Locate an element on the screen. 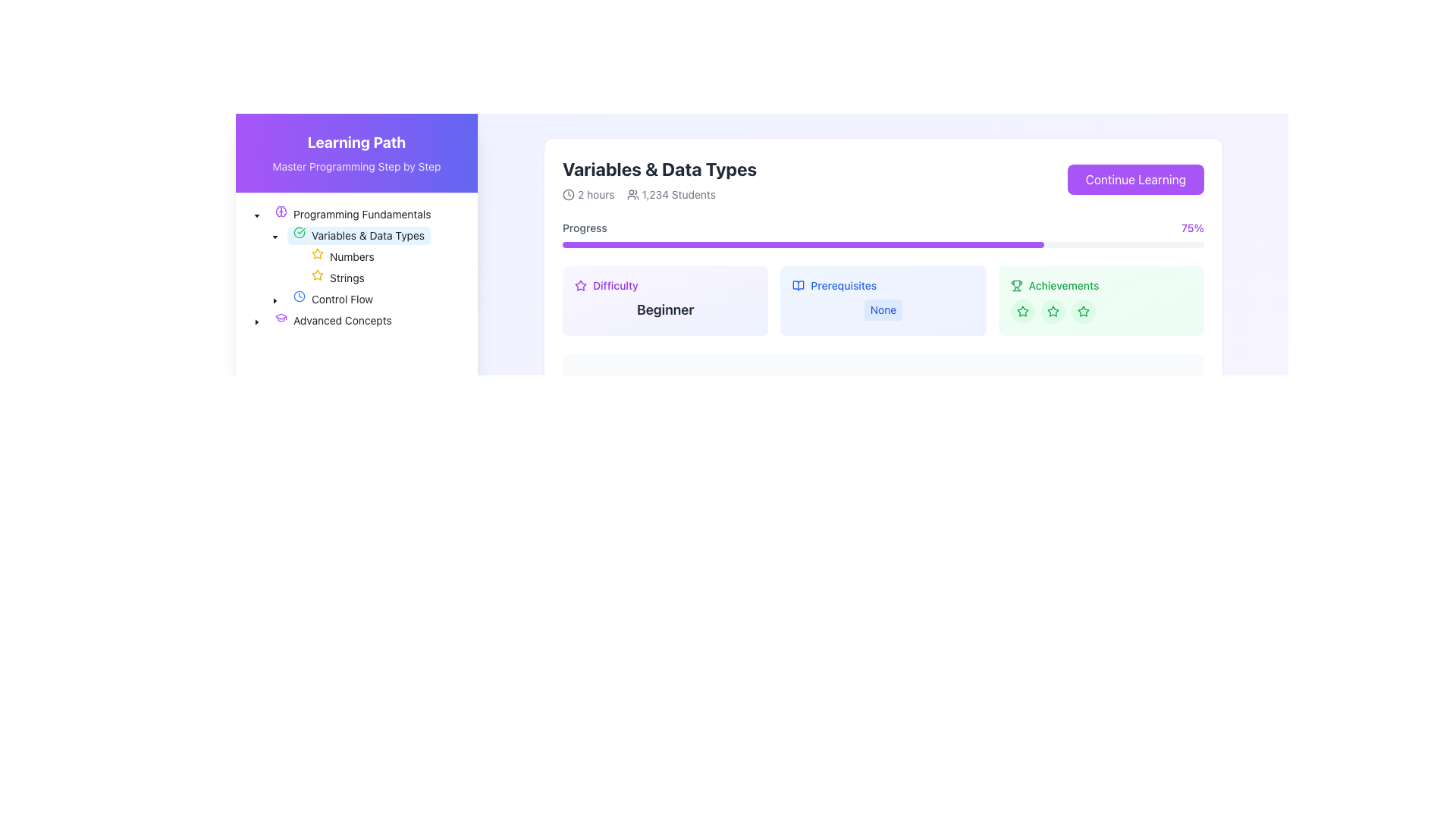 The width and height of the screenshot is (1456, 819). the text label that serves as a navigation link to the 'Control Flow' section of the course is located at coordinates (341, 299).